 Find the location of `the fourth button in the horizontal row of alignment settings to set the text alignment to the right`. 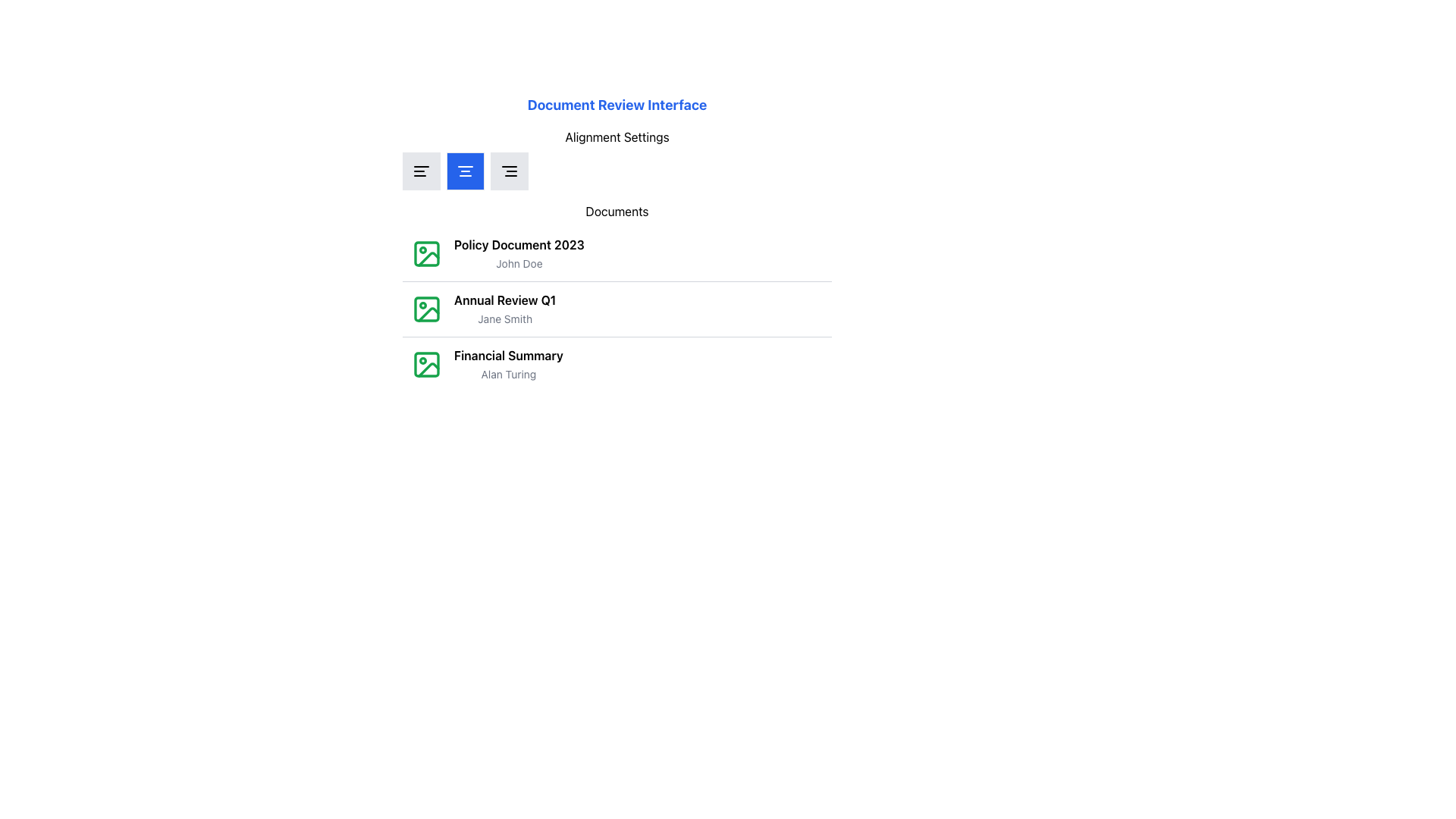

the fourth button in the horizontal row of alignment settings to set the text alignment to the right is located at coordinates (510, 171).